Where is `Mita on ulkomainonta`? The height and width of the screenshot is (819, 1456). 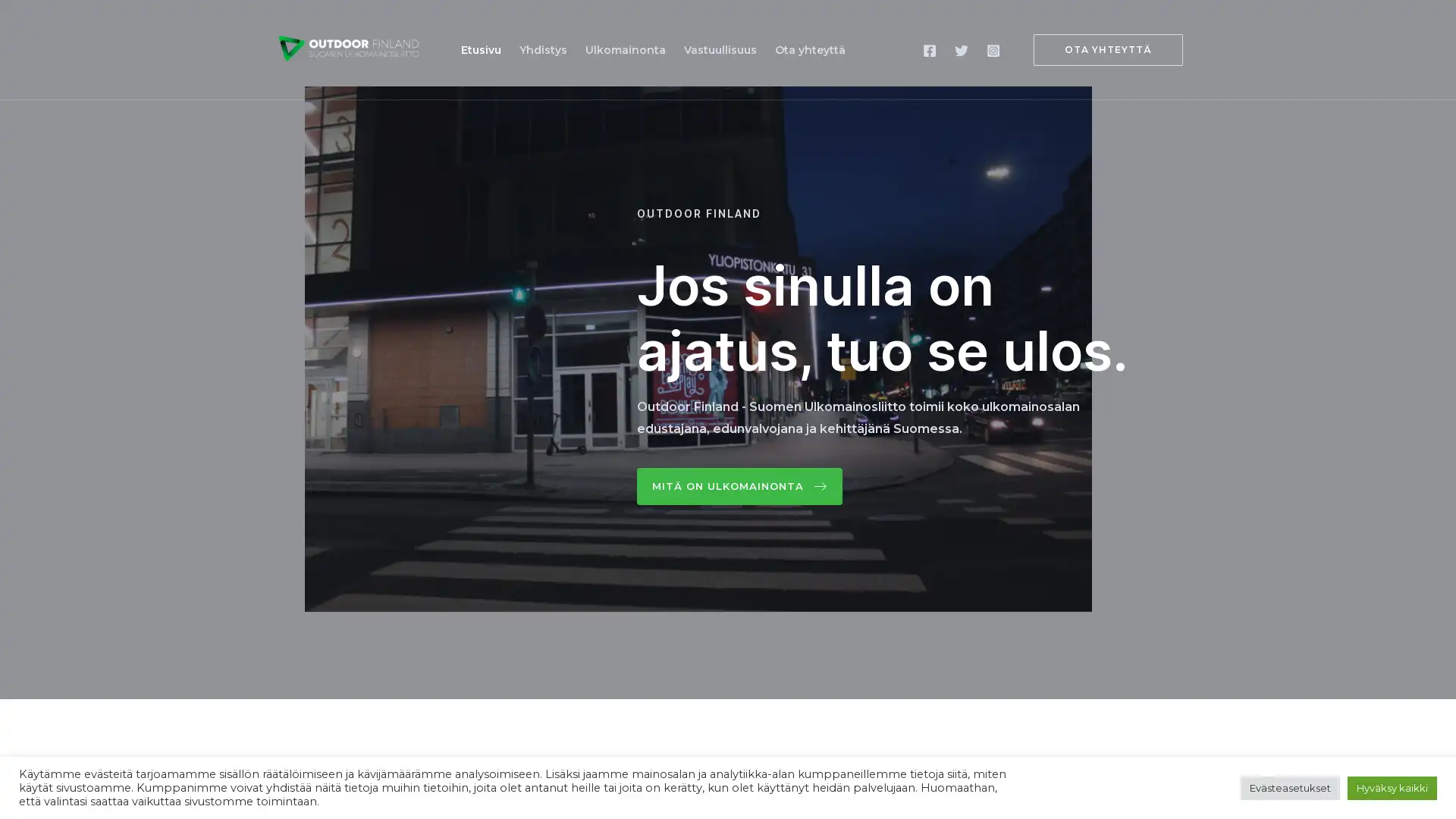
Mita on ulkomainonta is located at coordinates (739, 485).